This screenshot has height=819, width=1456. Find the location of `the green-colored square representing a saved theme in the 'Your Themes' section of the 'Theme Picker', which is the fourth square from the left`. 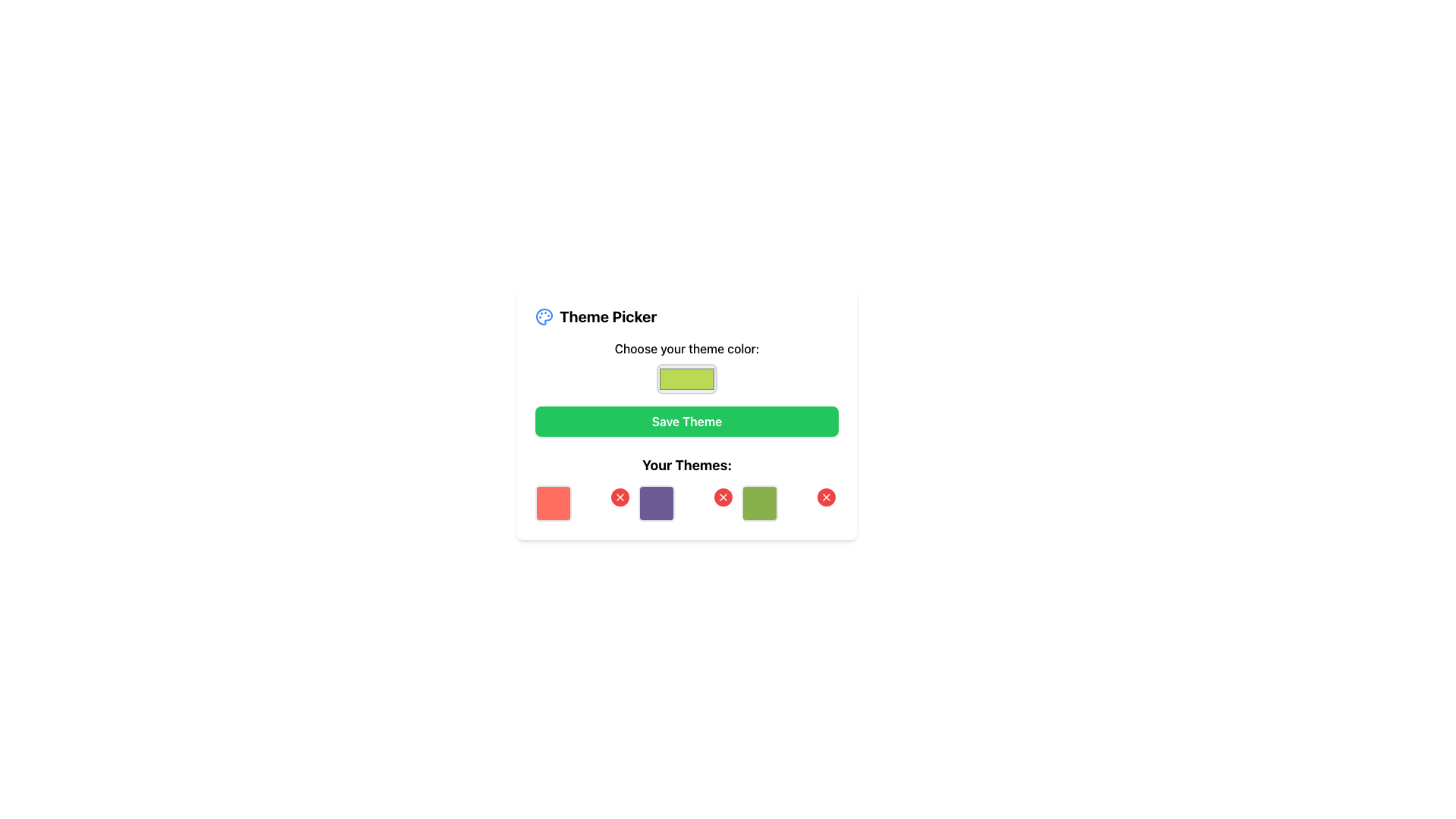

the green-colored square representing a saved theme in the 'Your Themes' section of the 'Theme Picker', which is the fourth square from the left is located at coordinates (789, 503).